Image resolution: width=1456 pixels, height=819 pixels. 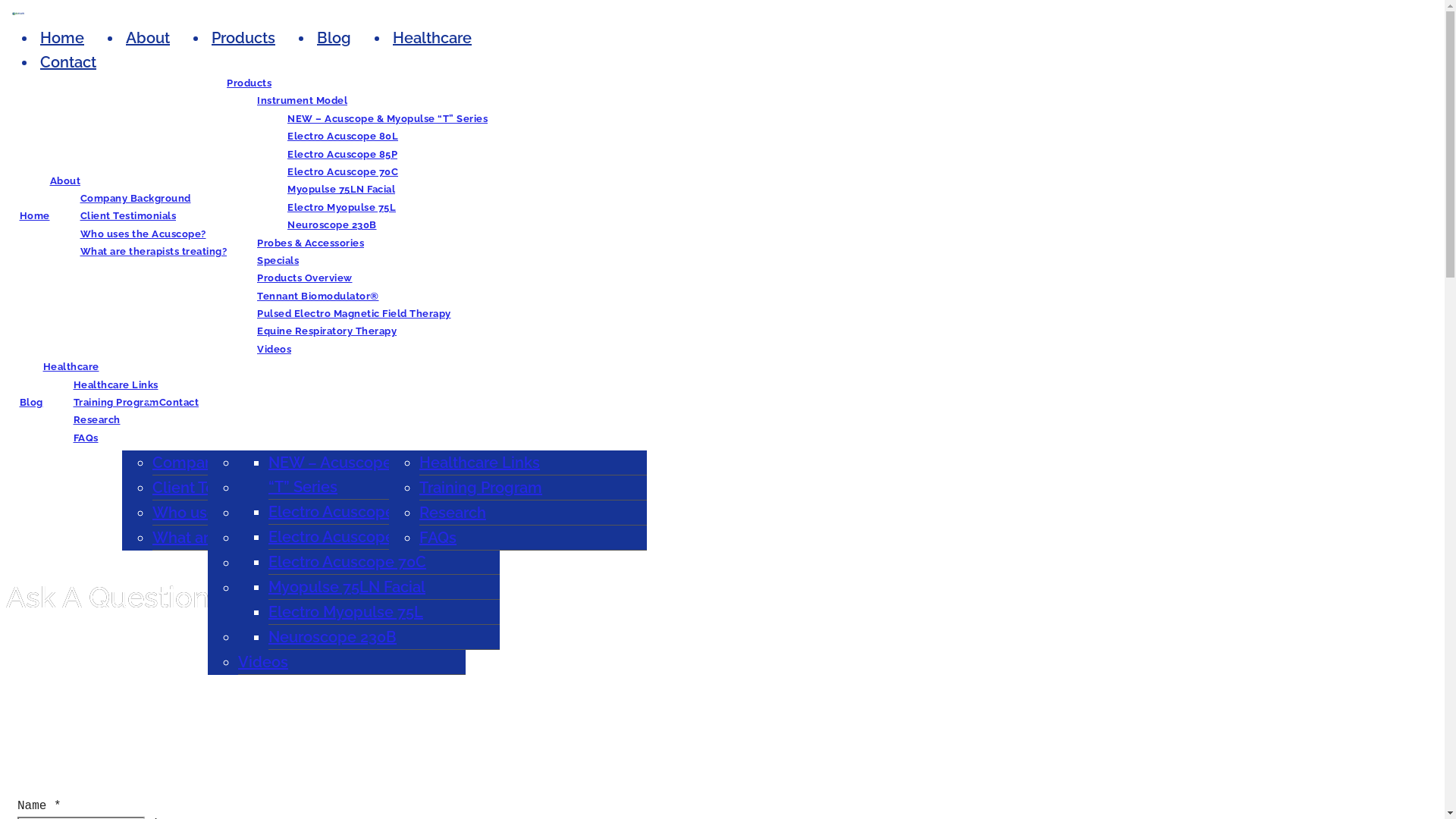 I want to click on 'Electro Acuscope 70C', so click(x=346, y=561).